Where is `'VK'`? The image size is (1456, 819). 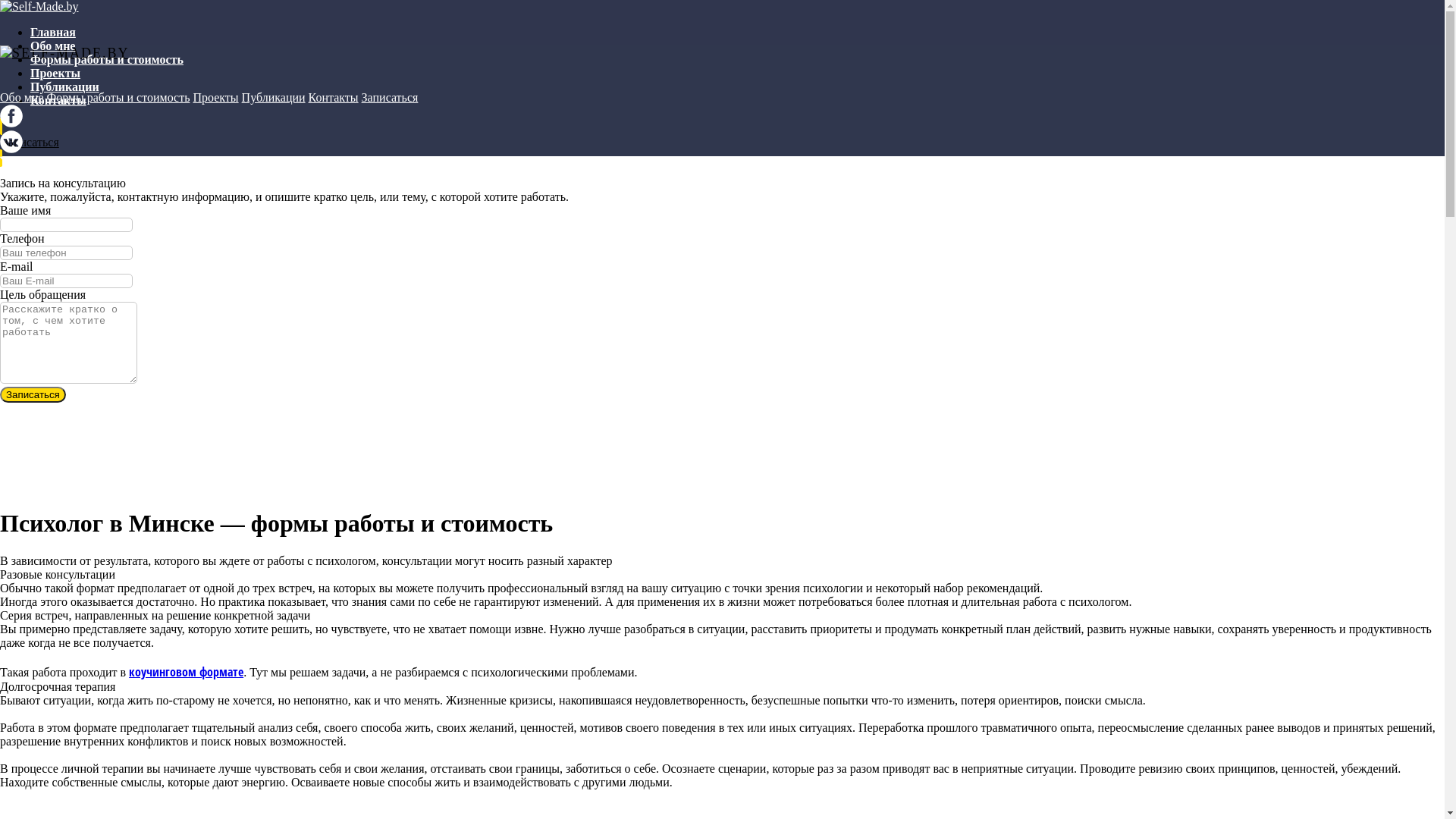
'VK' is located at coordinates (0, 149).